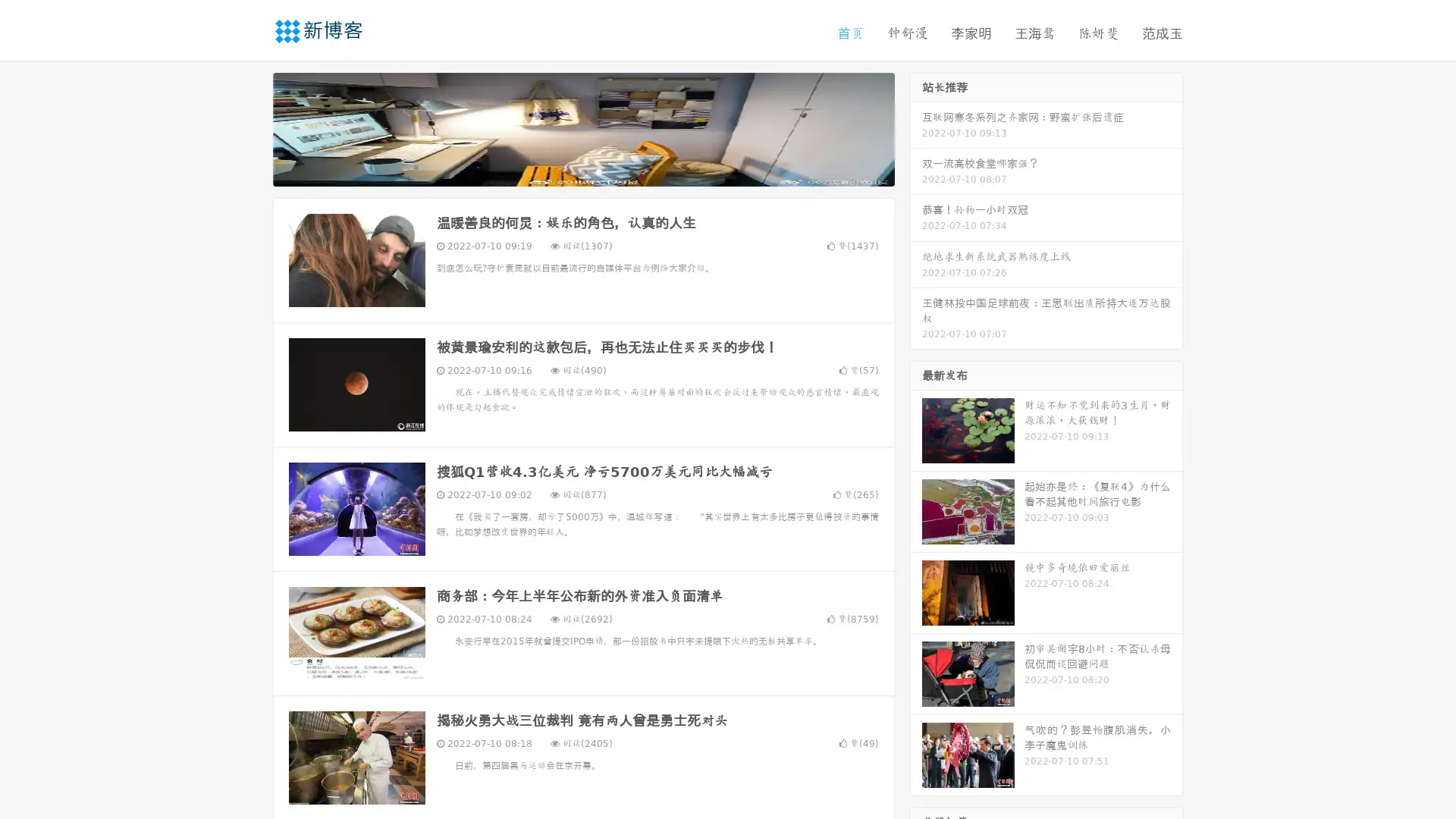  I want to click on Go to slide 2, so click(582, 171).